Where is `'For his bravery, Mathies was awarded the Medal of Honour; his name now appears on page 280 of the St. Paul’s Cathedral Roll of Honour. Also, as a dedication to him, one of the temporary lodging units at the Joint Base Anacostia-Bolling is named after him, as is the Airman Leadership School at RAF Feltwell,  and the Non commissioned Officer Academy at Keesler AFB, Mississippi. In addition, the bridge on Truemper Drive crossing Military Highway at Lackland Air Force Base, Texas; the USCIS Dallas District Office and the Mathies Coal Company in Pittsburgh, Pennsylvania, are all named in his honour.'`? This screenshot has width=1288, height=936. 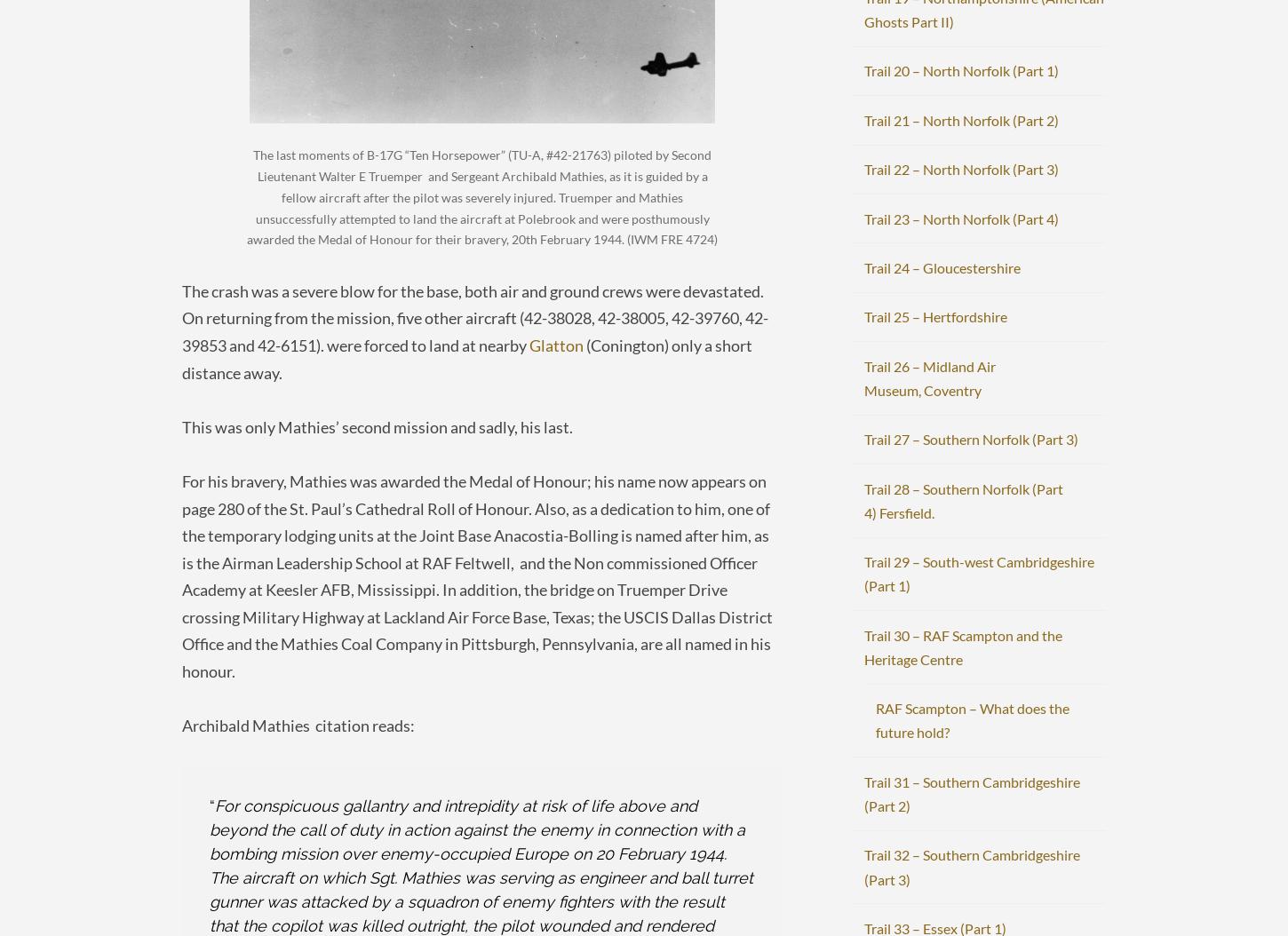 'For his bravery, Mathies was awarded the Medal of Honour; his name now appears on page 280 of the St. Paul’s Cathedral Roll of Honour. Also, as a dedication to him, one of the temporary lodging units at the Joint Base Anacostia-Bolling is named after him, as is the Airman Leadership School at RAF Feltwell,  and the Non commissioned Officer Academy at Keesler AFB, Mississippi. In addition, the bridge on Truemper Drive crossing Military Highway at Lackland Air Force Base, Texas; the USCIS Dallas District Office and the Mathies Coal Company in Pittsburgh, Pennsylvania, are all named in his honour.' is located at coordinates (477, 575).